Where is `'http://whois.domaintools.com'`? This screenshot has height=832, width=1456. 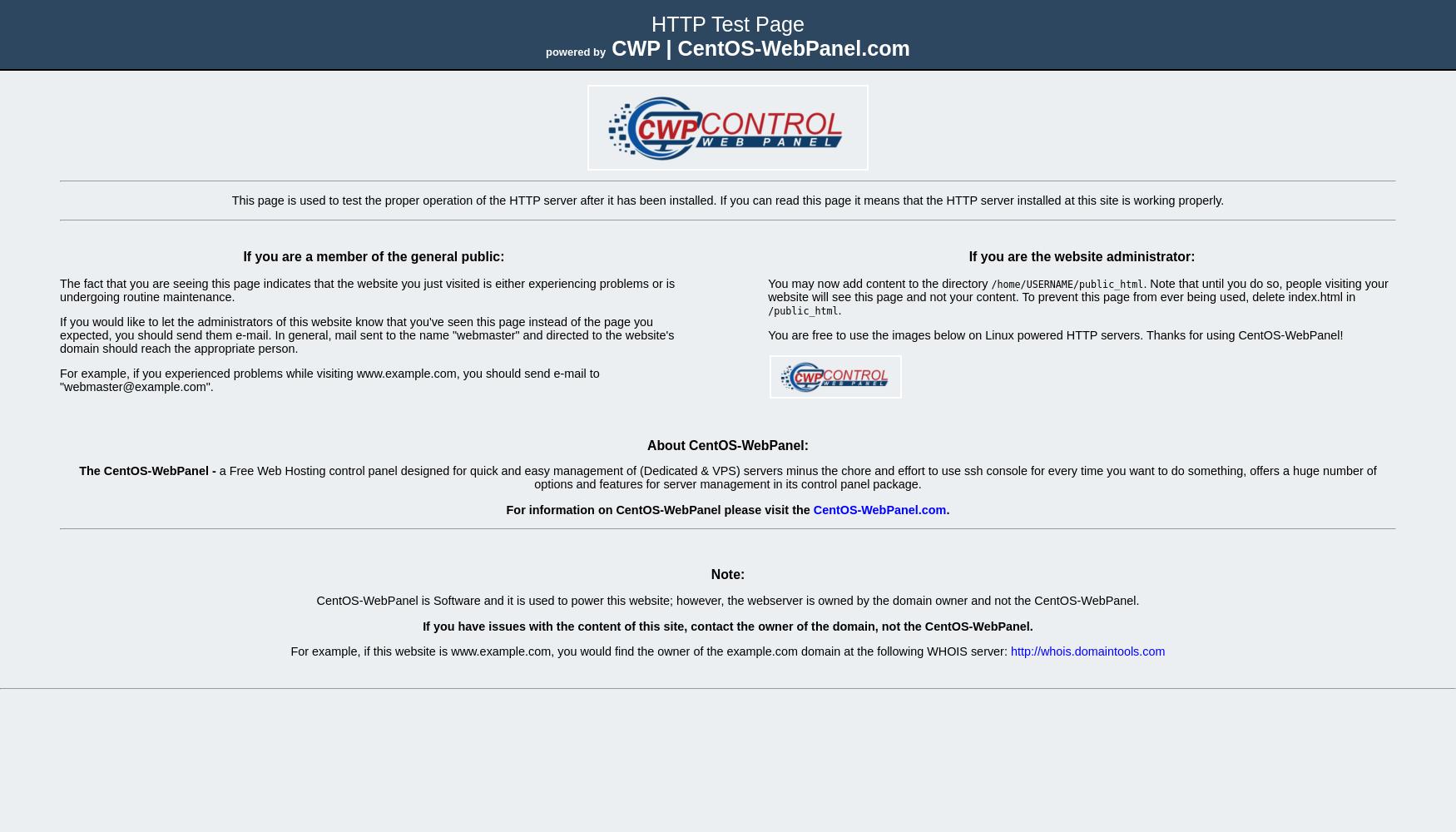 'http://whois.domaintools.com' is located at coordinates (1087, 651).